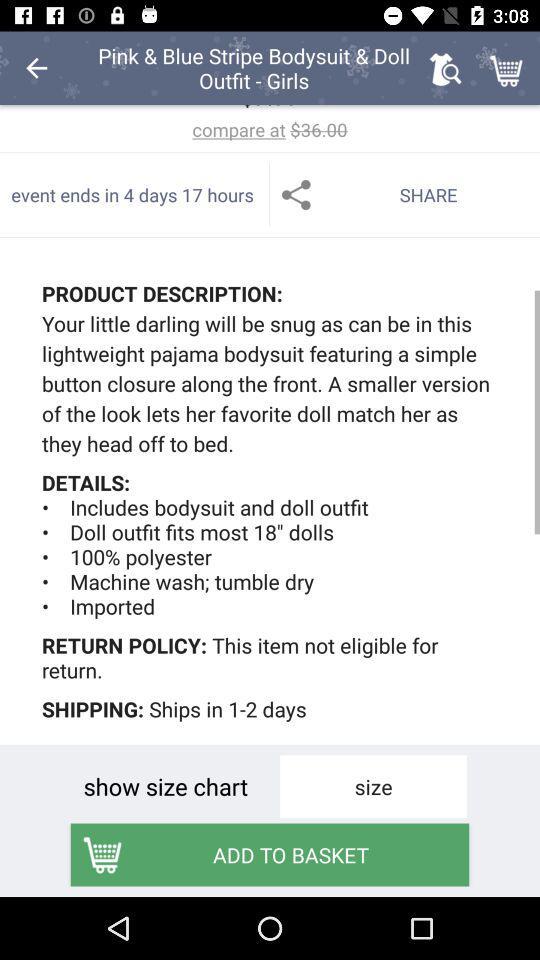  Describe the element at coordinates (405, 194) in the screenshot. I see `the share` at that location.